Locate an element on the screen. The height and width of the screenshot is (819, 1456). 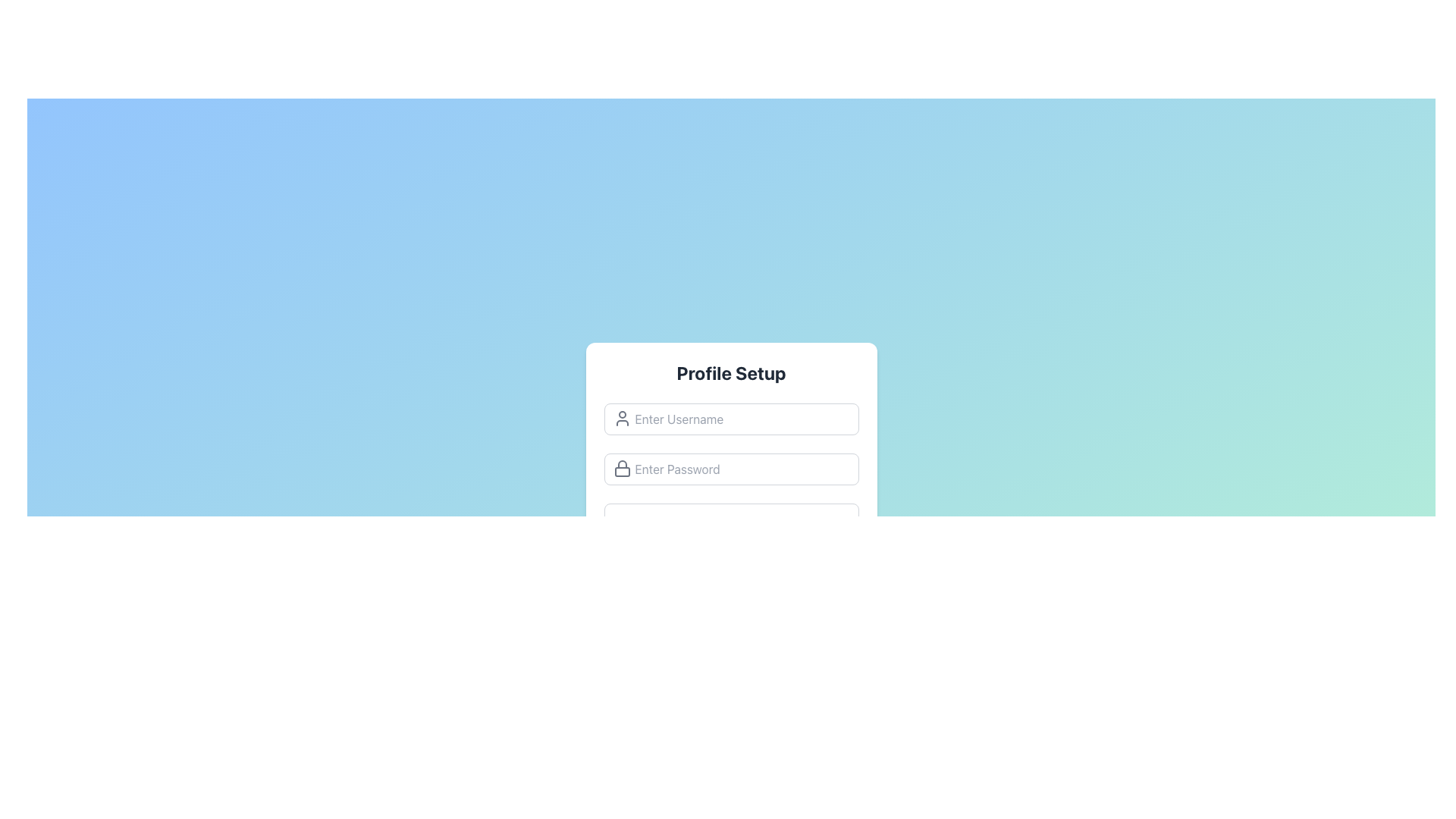
the lock icon located to the left of the 'Enter Password' input field, which indicates that the adjacent field is for entering a password is located at coordinates (622, 467).